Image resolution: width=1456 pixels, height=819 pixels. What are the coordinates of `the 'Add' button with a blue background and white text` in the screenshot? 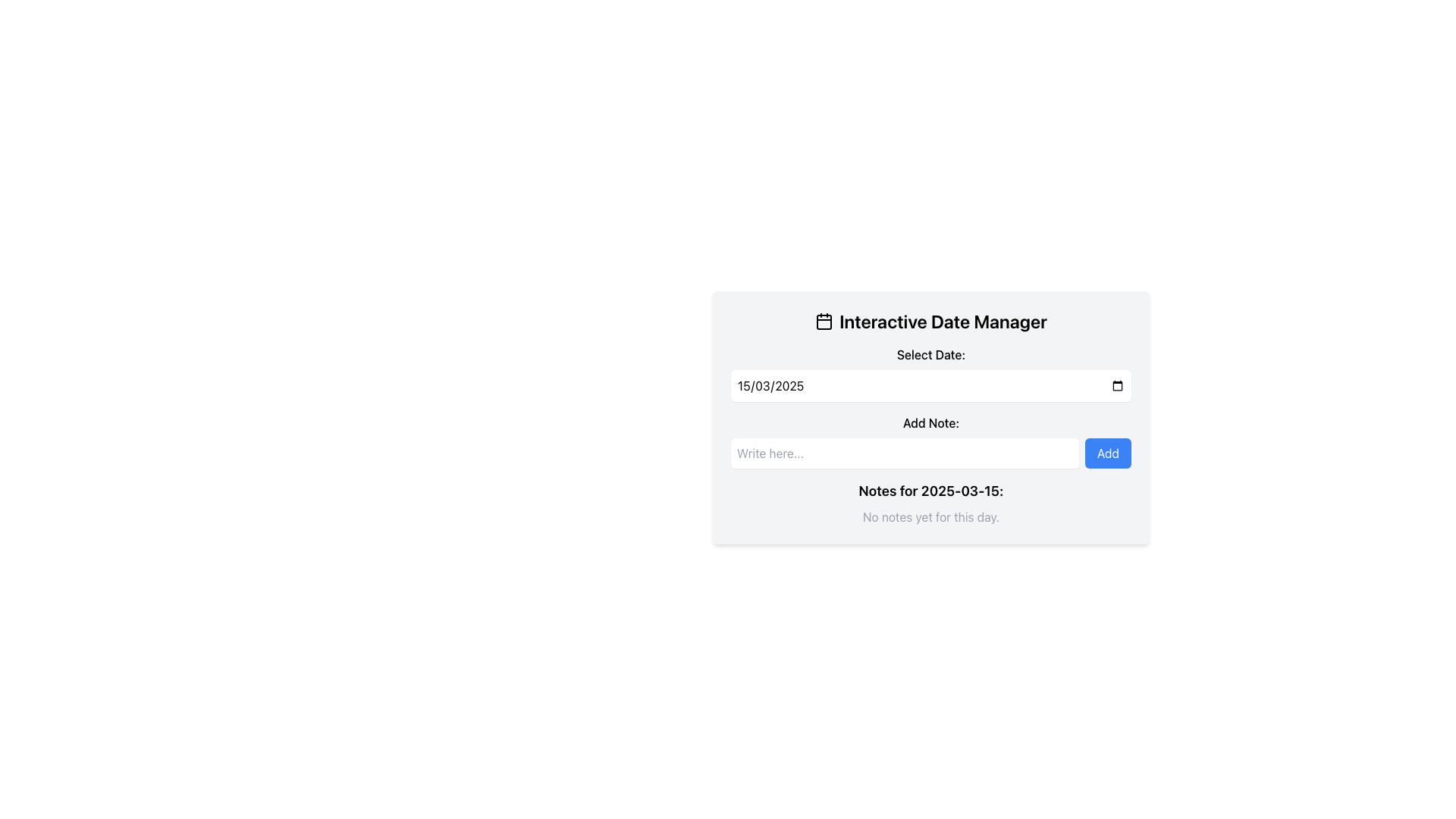 It's located at (1108, 452).